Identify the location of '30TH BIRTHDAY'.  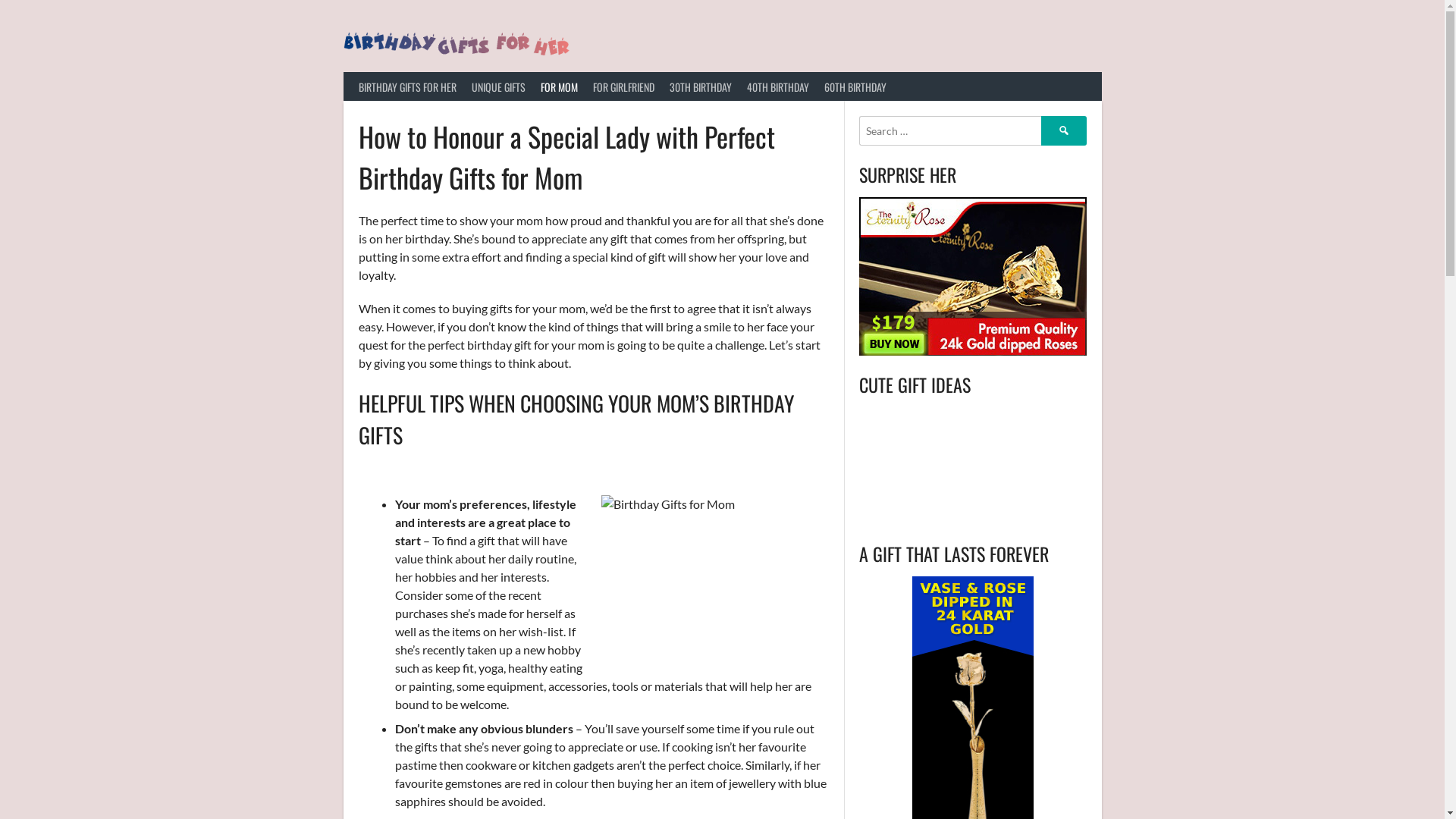
(698, 86).